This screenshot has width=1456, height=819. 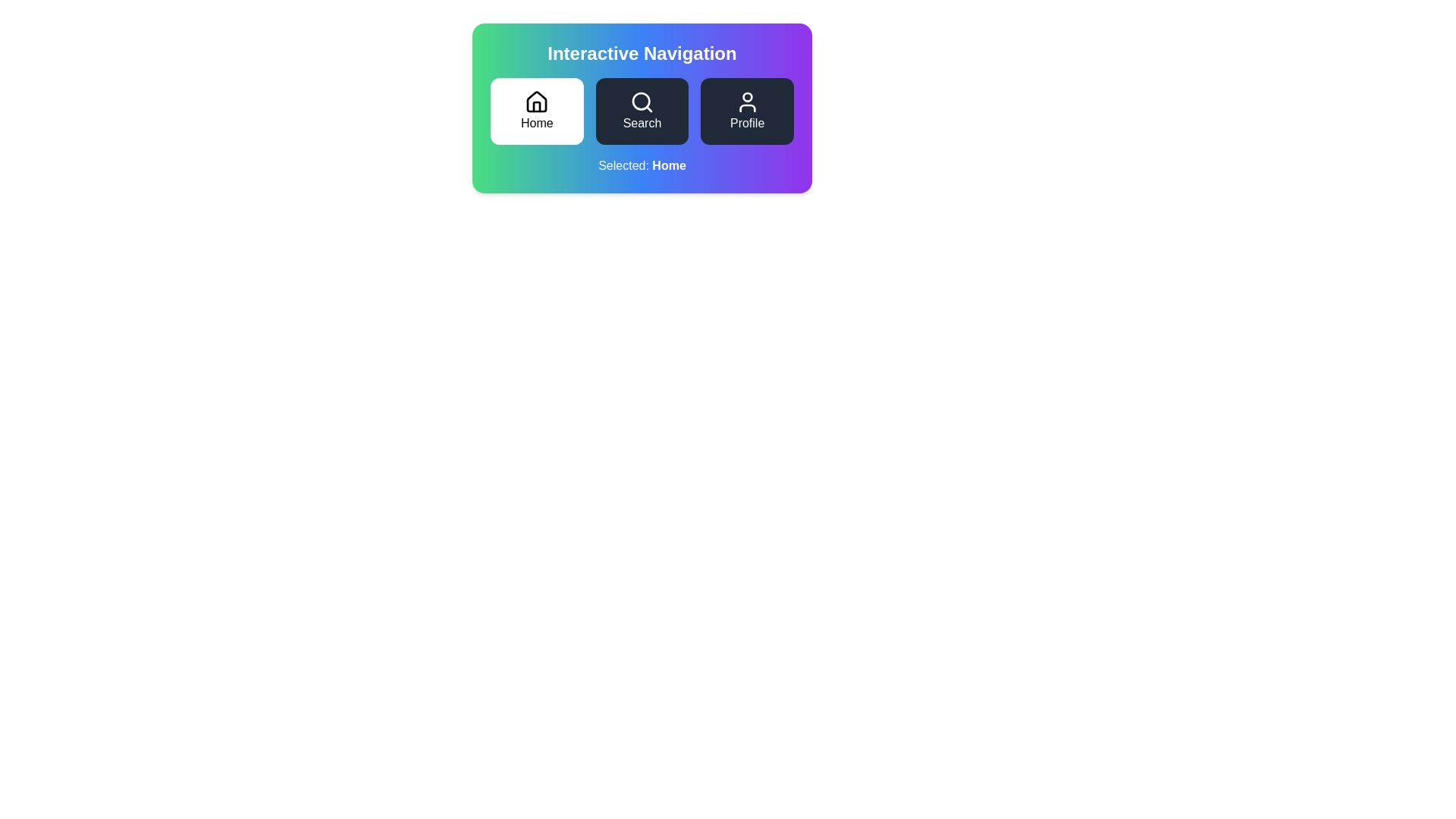 What do you see at coordinates (642, 166) in the screenshot?
I see `the text label that states 'Selected: Home', which is styled with white text color and centered alignment, located below the navigation buttons in the bottom section of the module` at bounding box center [642, 166].